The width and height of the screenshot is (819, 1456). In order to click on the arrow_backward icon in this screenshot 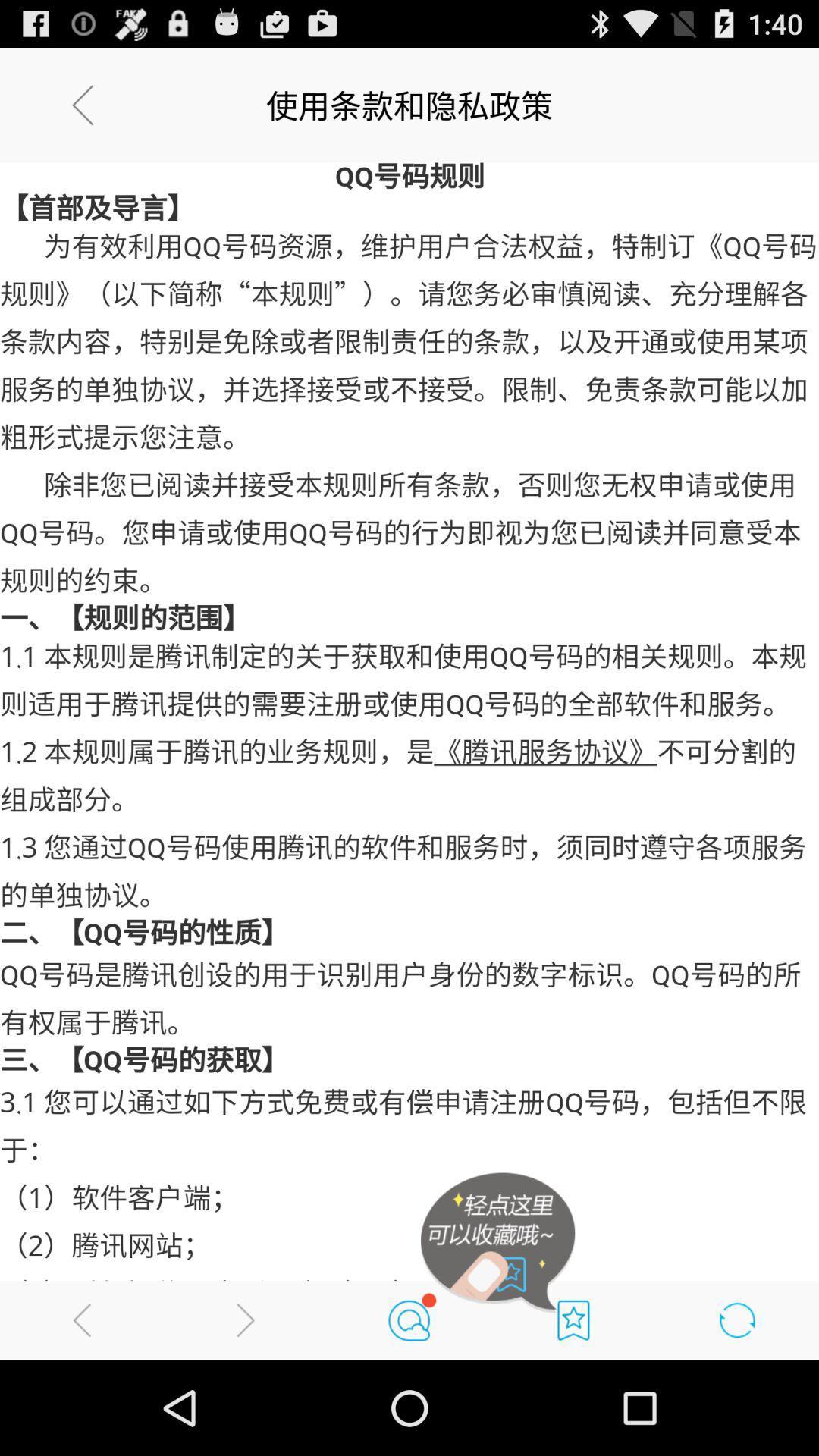, I will do `click(82, 1412)`.